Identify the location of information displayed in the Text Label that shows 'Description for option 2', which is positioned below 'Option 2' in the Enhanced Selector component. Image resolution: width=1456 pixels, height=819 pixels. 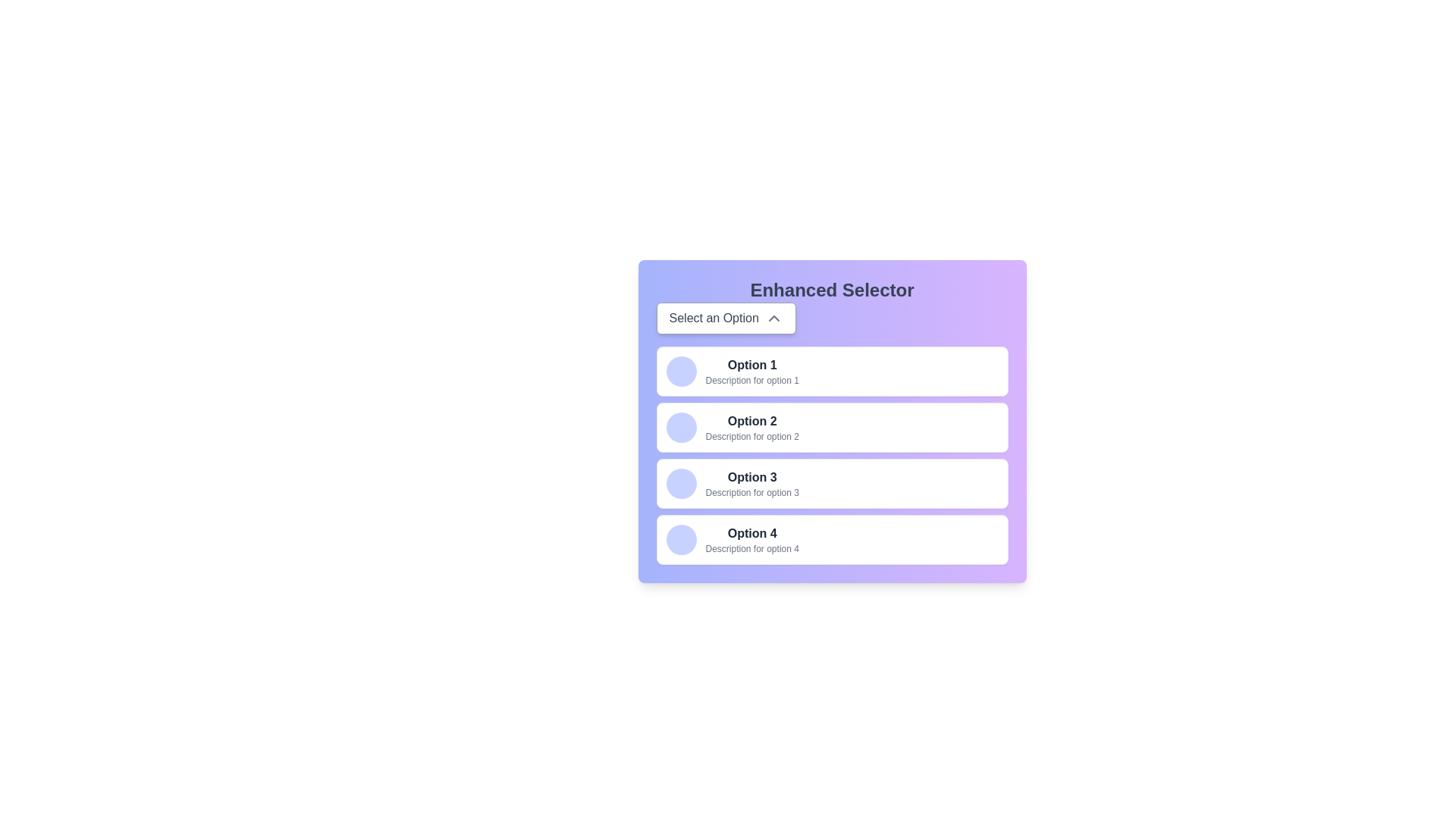
(752, 436).